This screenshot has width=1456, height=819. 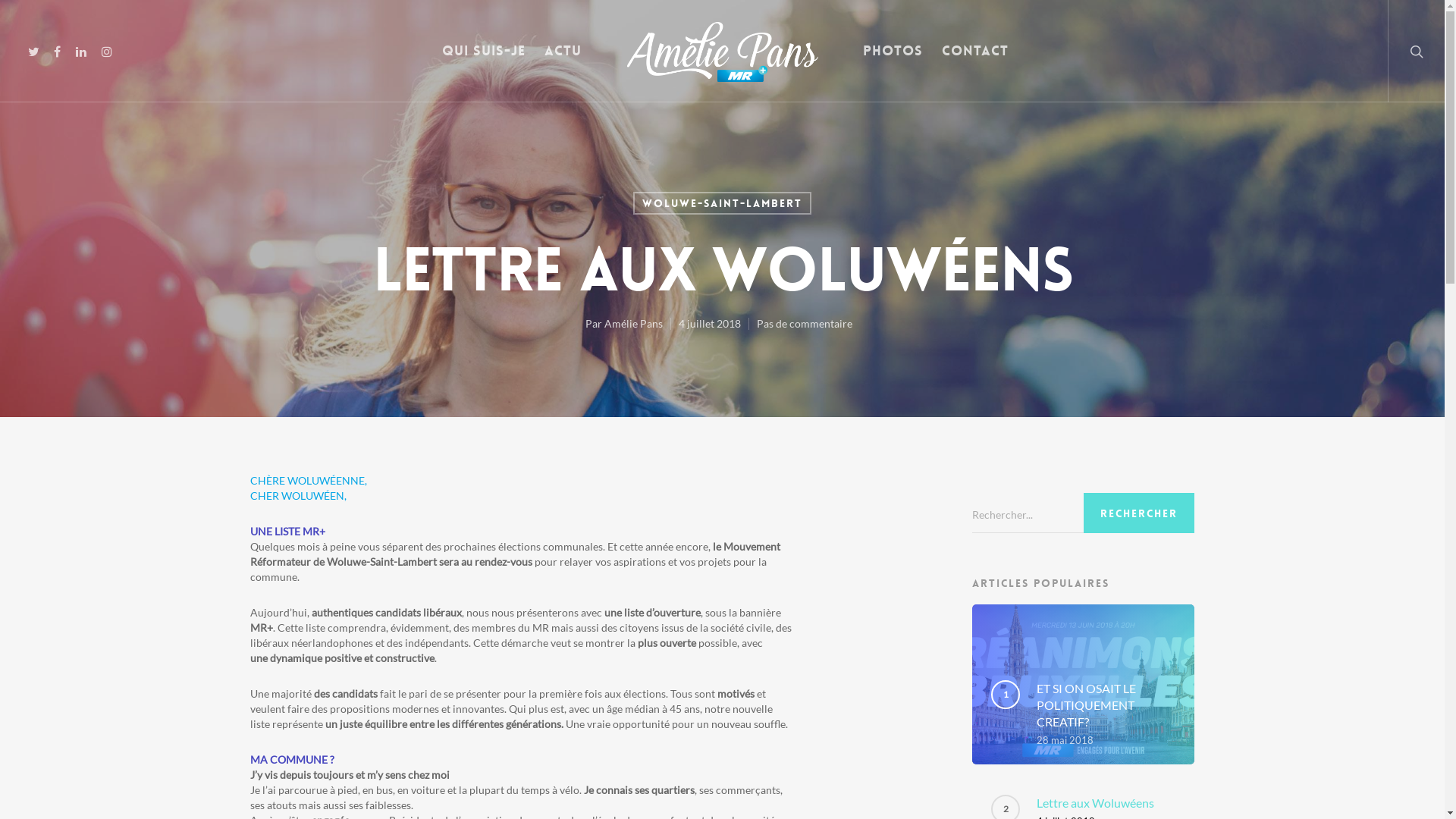 What do you see at coordinates (1082, 513) in the screenshot?
I see `'Search for:'` at bounding box center [1082, 513].